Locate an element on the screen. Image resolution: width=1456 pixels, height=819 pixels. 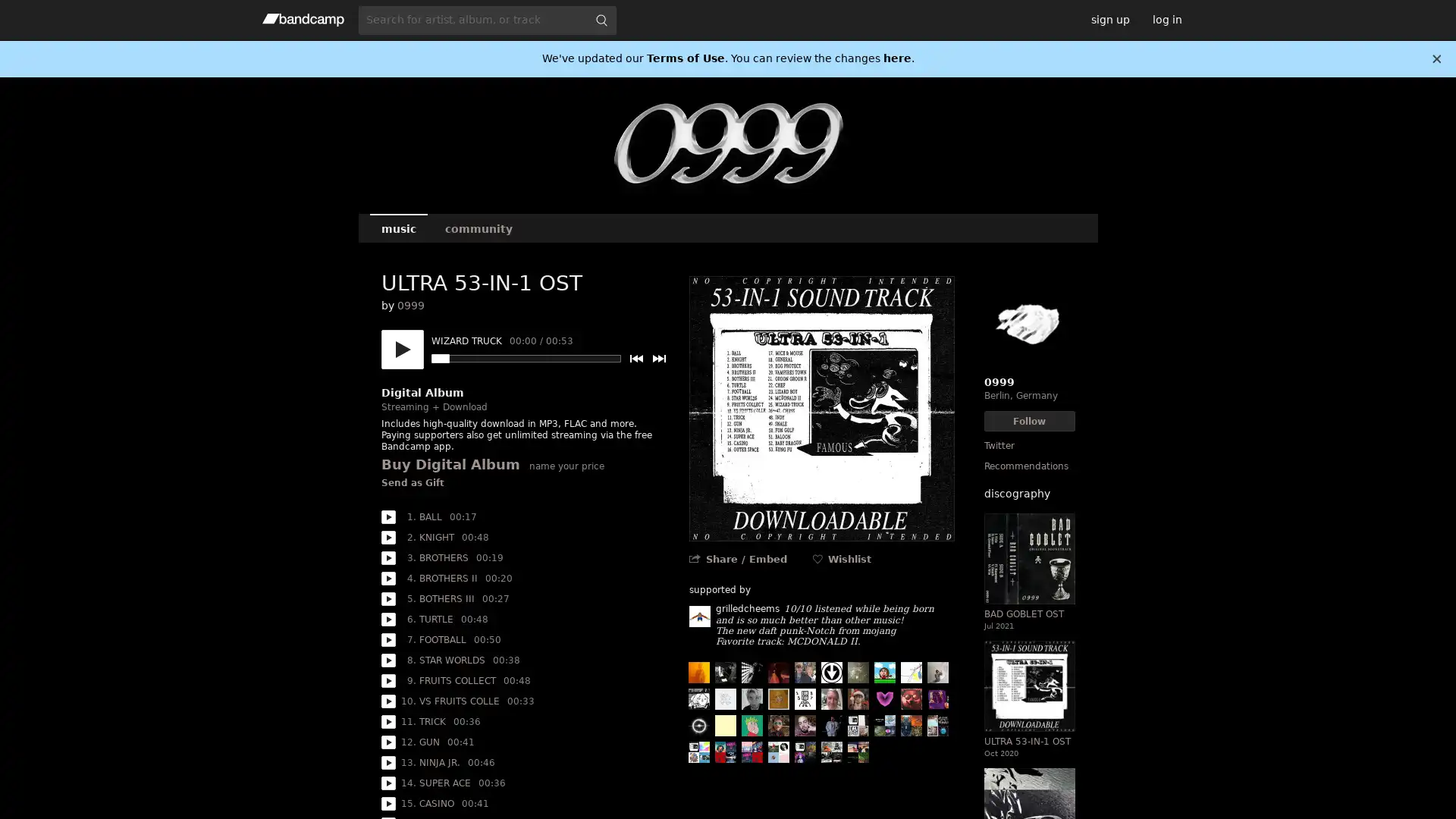
Play TURTLE is located at coordinates (388, 620).